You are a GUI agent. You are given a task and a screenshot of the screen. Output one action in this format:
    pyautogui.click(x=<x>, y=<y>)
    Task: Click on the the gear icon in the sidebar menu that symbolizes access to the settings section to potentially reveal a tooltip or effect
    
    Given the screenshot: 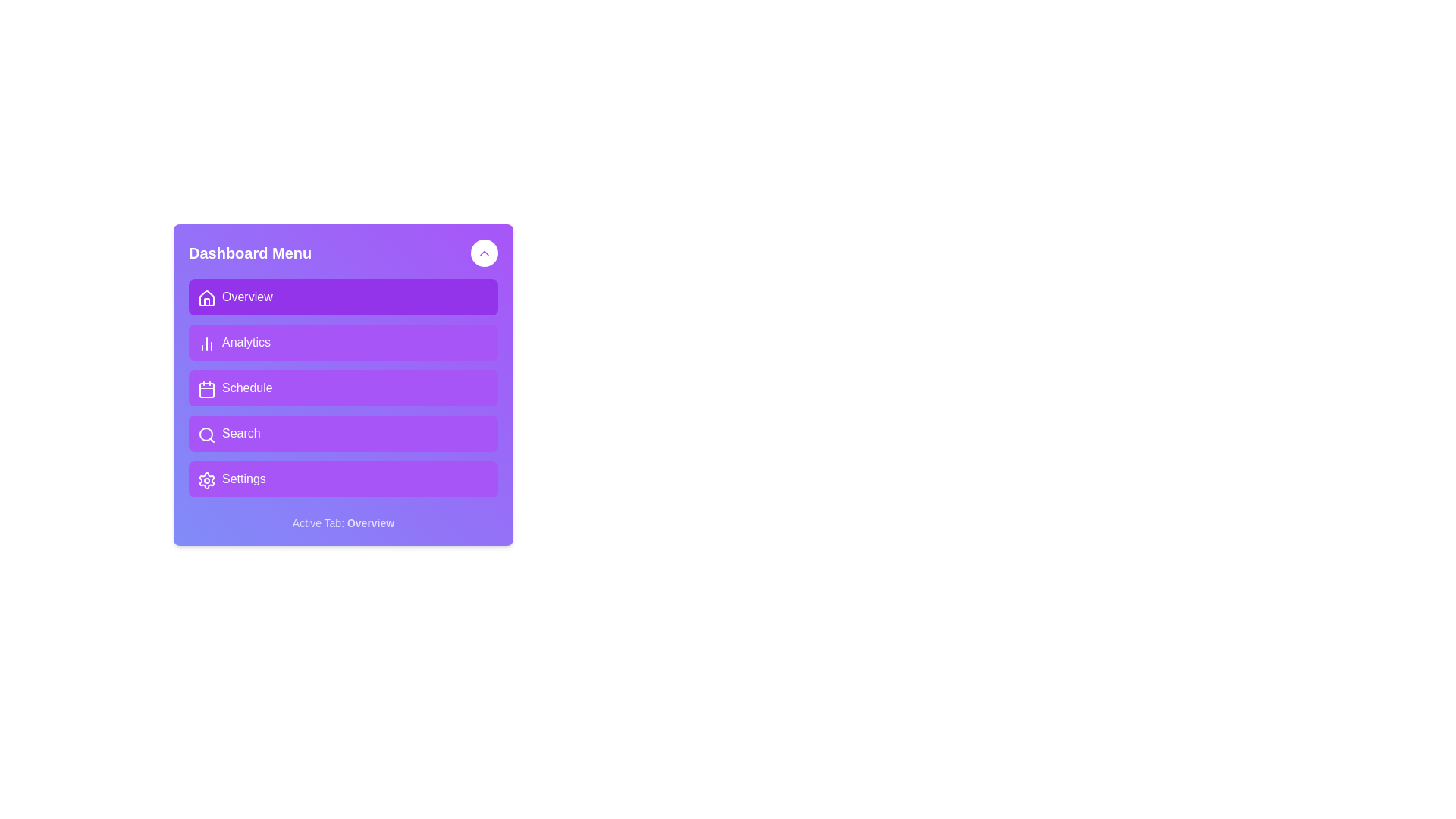 What is the action you would take?
    pyautogui.click(x=206, y=480)
    